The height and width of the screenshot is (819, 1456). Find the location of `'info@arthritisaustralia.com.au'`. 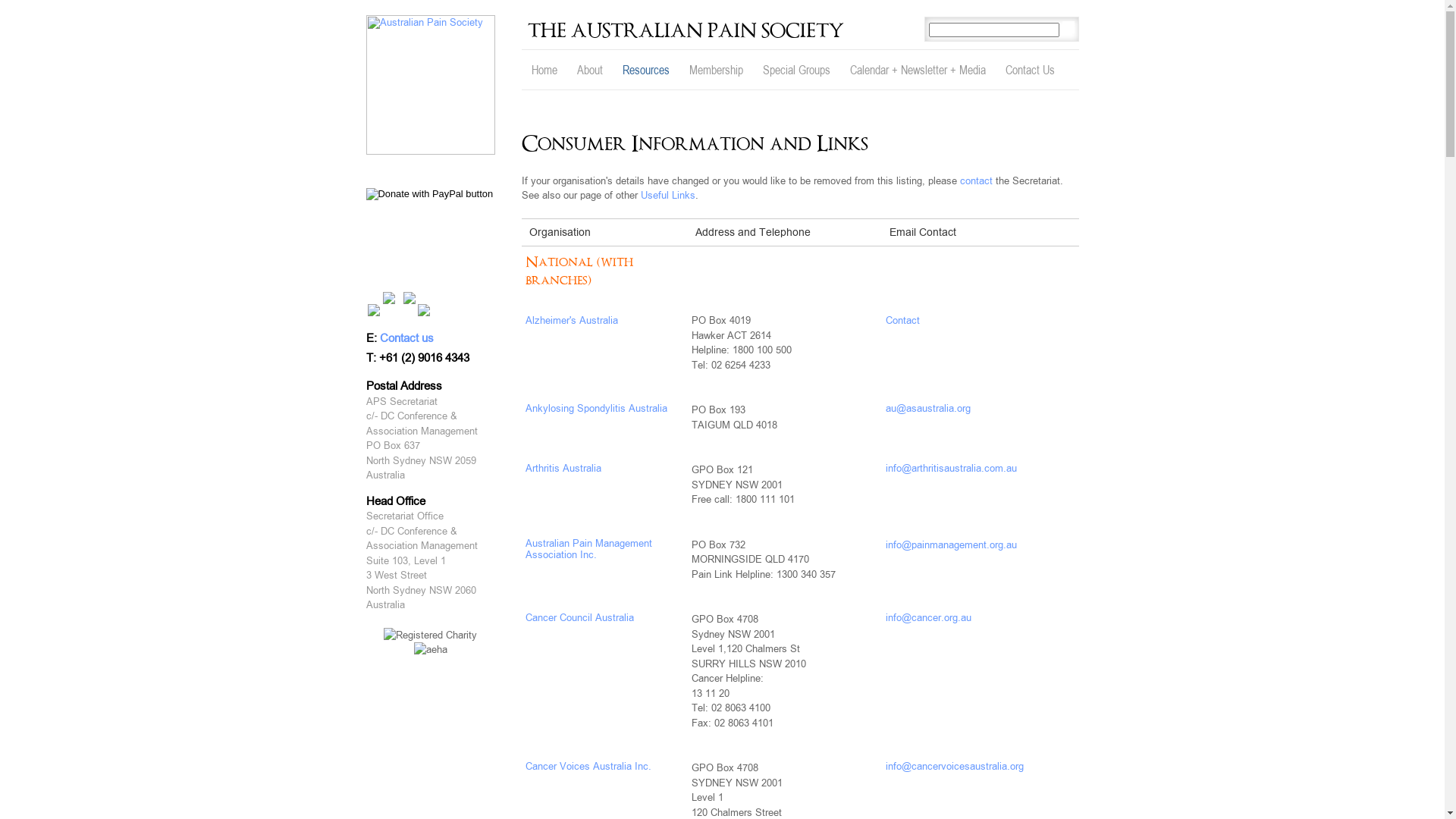

'info@arthritisaustralia.com.au' is located at coordinates (950, 467).